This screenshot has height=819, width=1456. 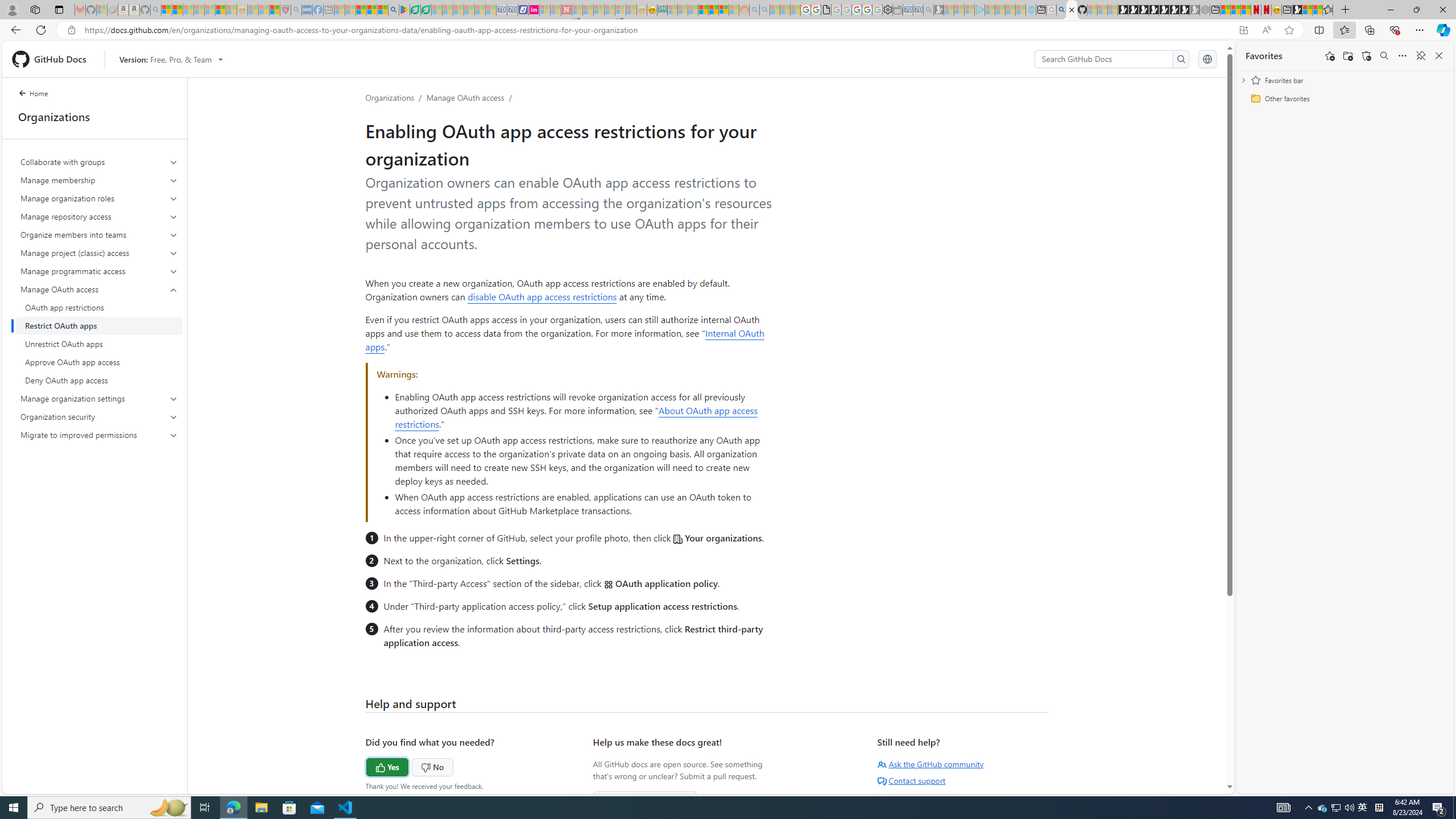 What do you see at coordinates (99, 162) in the screenshot?
I see `'Collaborate with groups'` at bounding box center [99, 162].